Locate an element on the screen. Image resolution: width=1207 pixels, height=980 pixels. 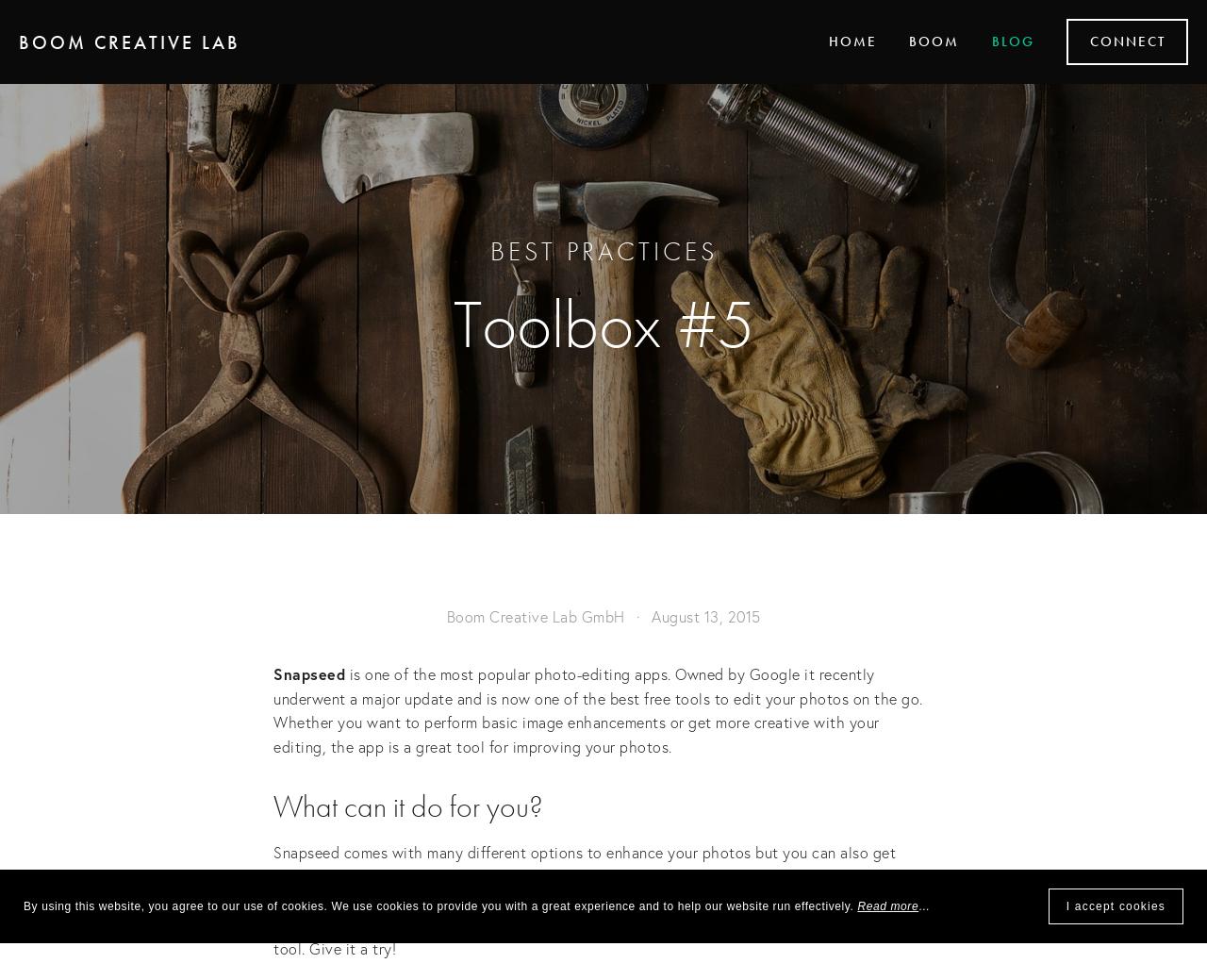
'Snapseed' is located at coordinates (308, 673).